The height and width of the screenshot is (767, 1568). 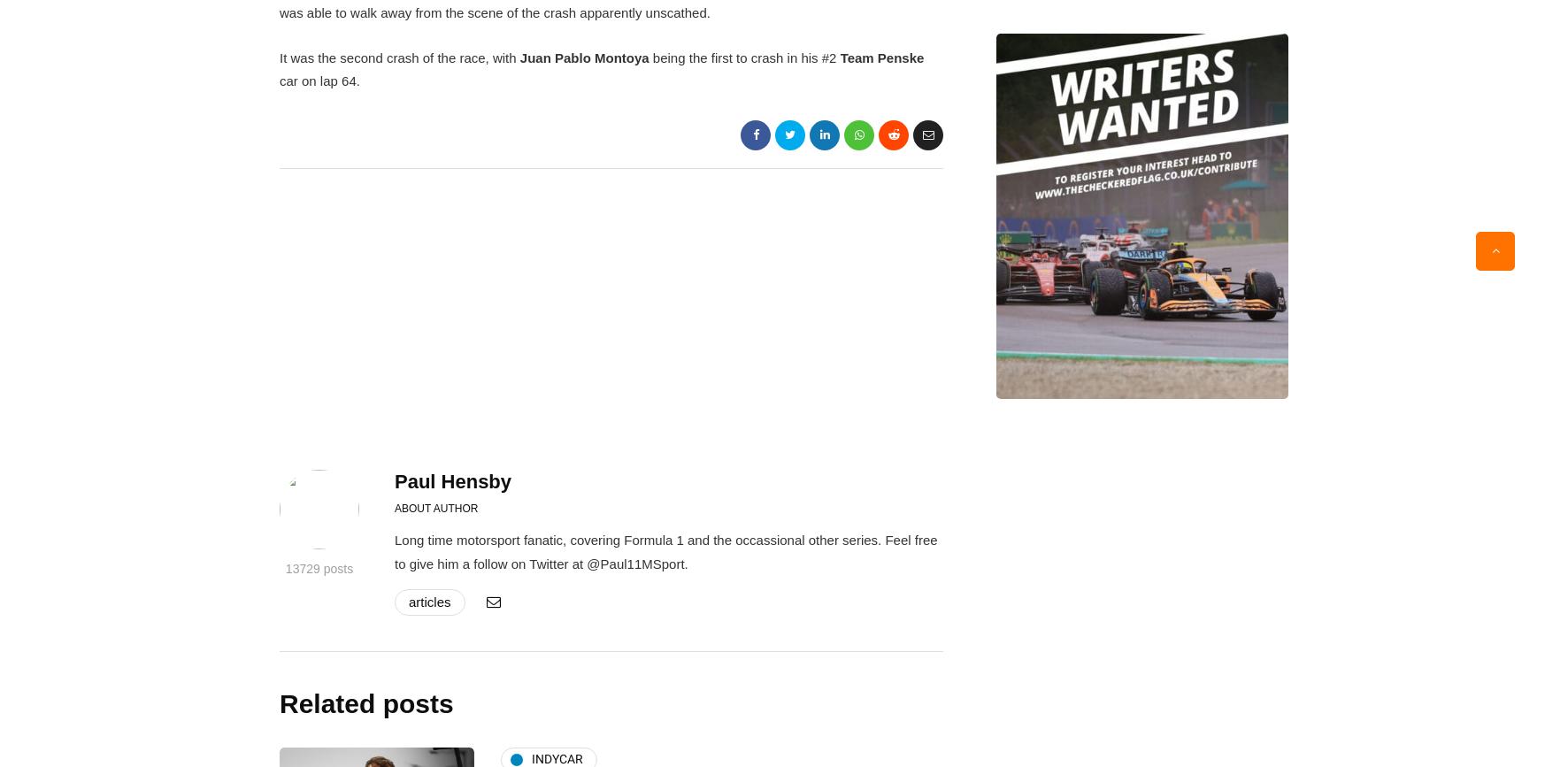 I want to click on 'Juan Pablo Montoya', so click(x=584, y=58).